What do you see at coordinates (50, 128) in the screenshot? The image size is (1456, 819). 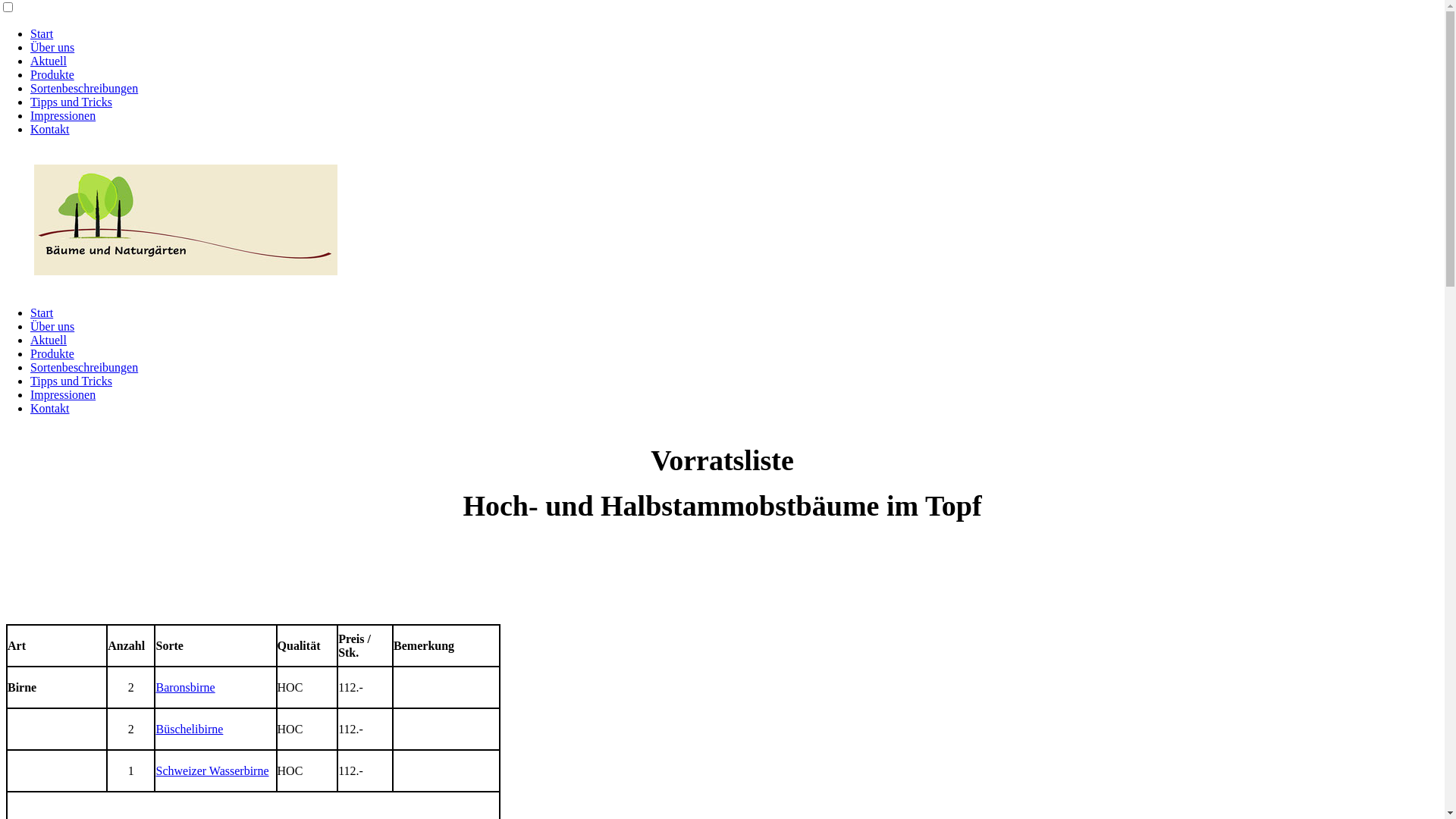 I see `'Kontakt'` at bounding box center [50, 128].